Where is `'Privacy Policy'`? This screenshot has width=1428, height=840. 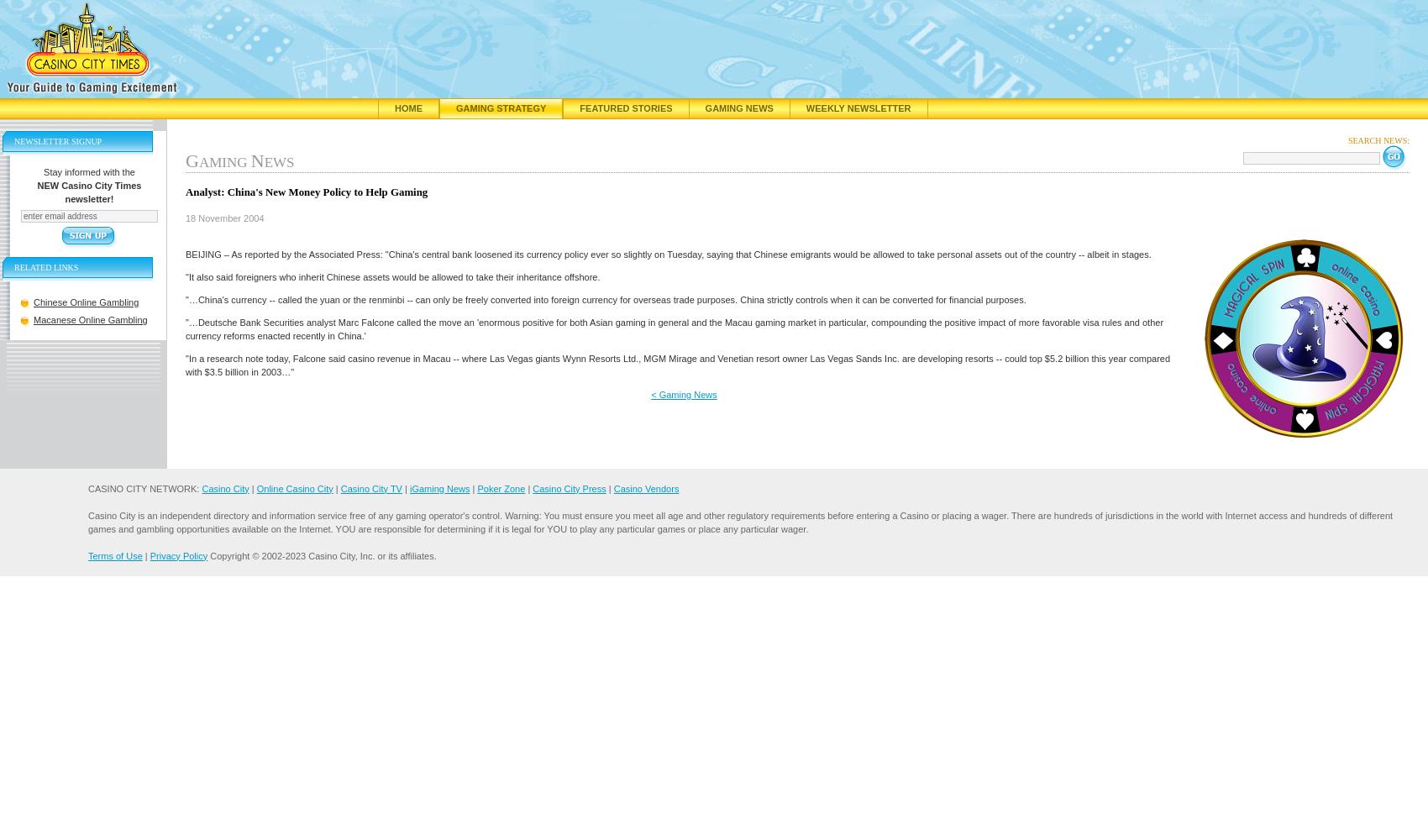 'Privacy Policy' is located at coordinates (177, 555).